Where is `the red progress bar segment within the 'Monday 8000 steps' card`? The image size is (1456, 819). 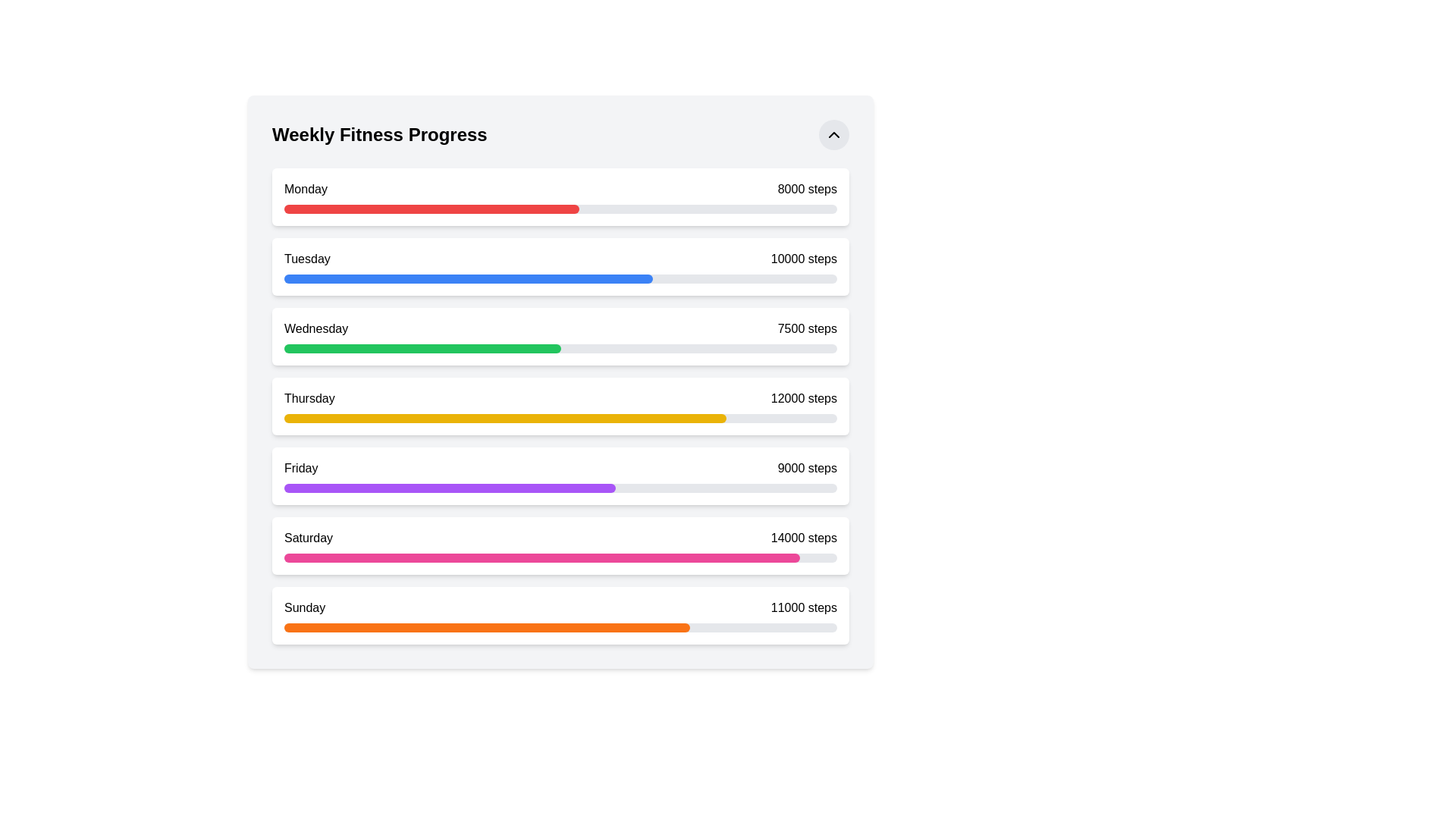
the red progress bar segment within the 'Monday 8000 steps' card is located at coordinates (560, 206).